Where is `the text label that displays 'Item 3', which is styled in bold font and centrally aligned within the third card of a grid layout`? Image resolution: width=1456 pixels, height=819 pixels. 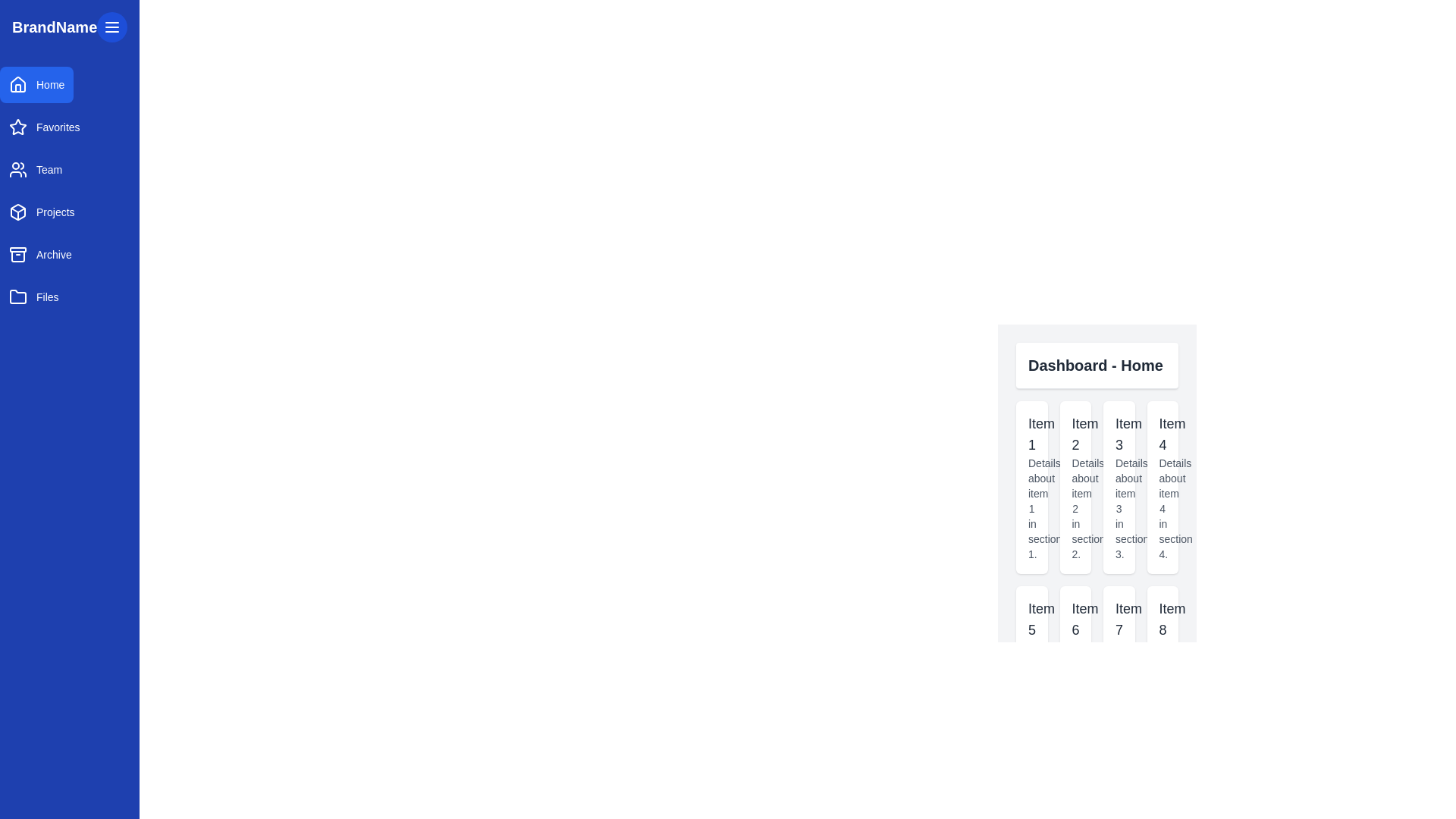
the text label that displays 'Item 3', which is styled in bold font and centrally aligned within the third card of a grid layout is located at coordinates (1119, 435).